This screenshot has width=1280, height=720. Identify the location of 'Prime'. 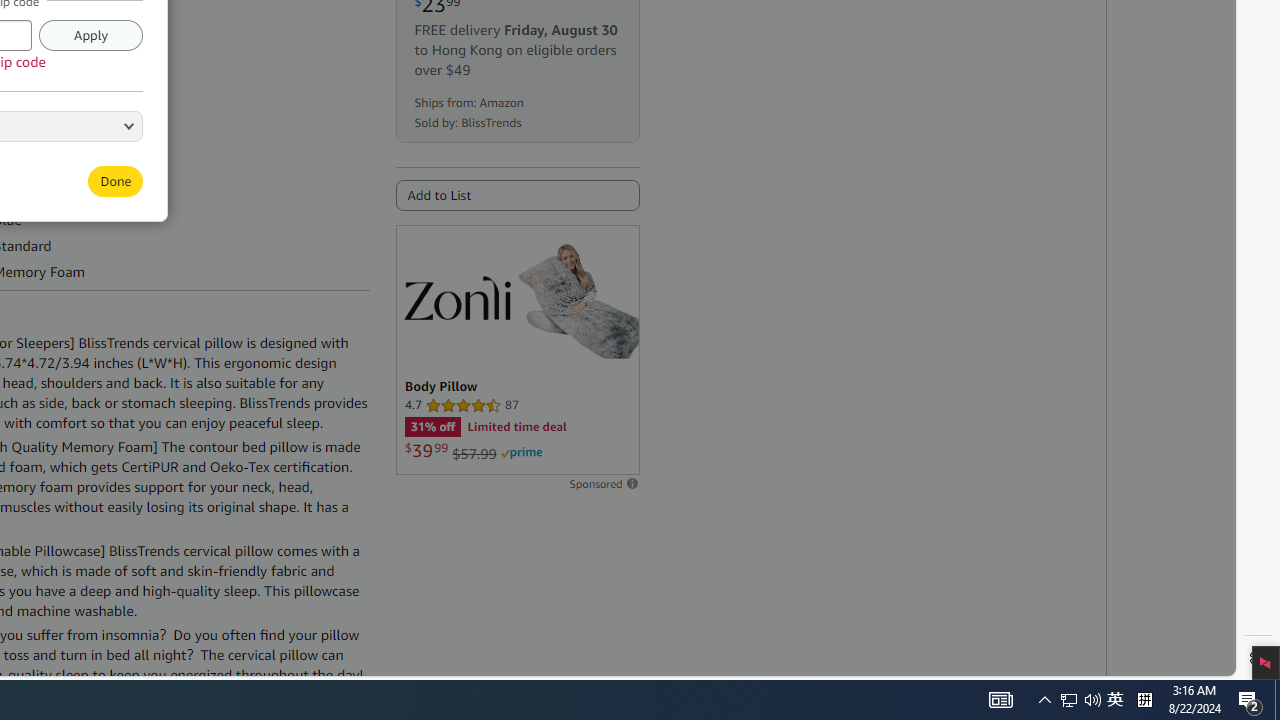
(521, 453).